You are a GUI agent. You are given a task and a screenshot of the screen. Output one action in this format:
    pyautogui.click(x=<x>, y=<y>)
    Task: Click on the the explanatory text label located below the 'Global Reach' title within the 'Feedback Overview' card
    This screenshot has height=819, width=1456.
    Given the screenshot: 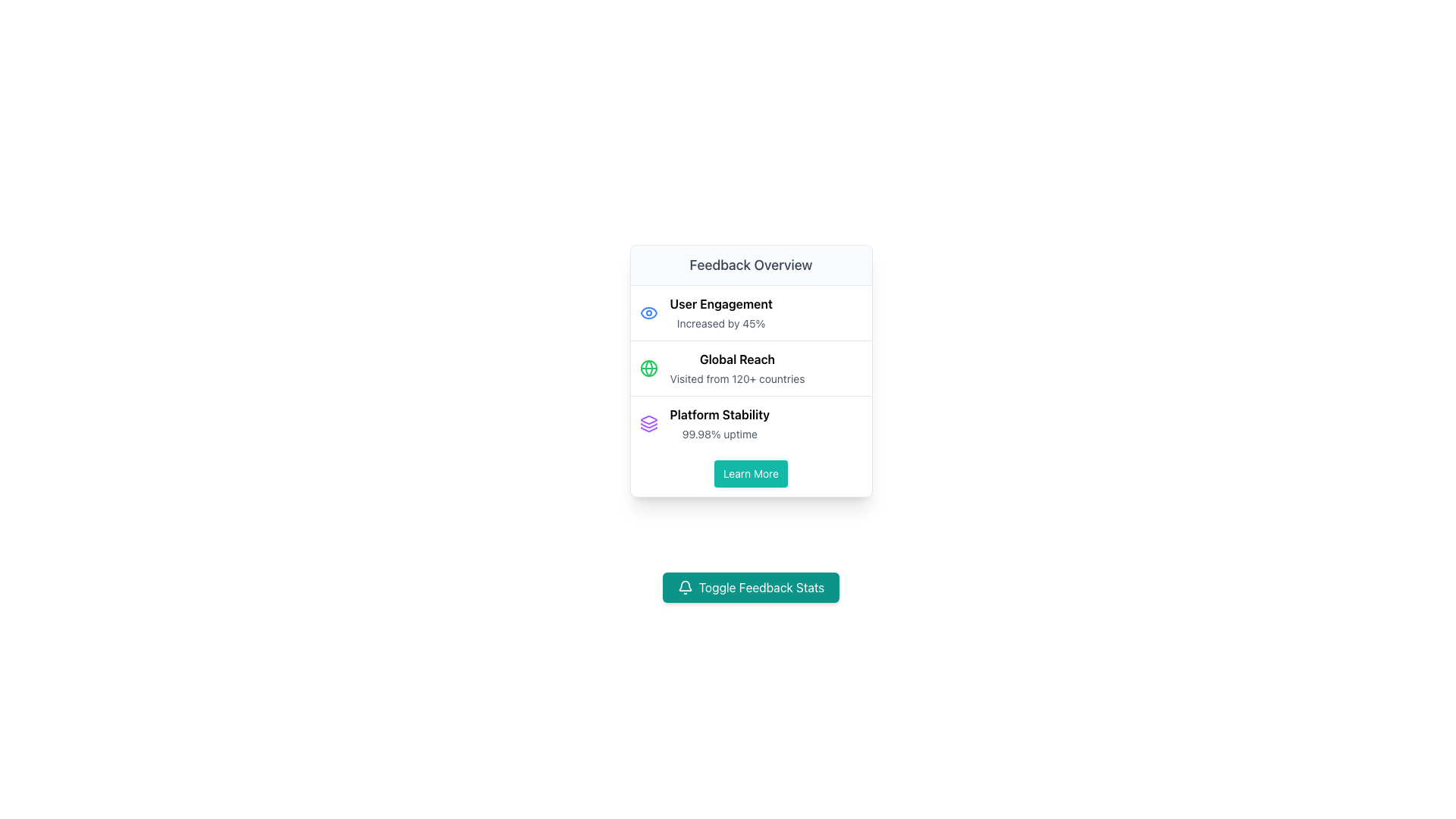 What is the action you would take?
    pyautogui.click(x=737, y=378)
    